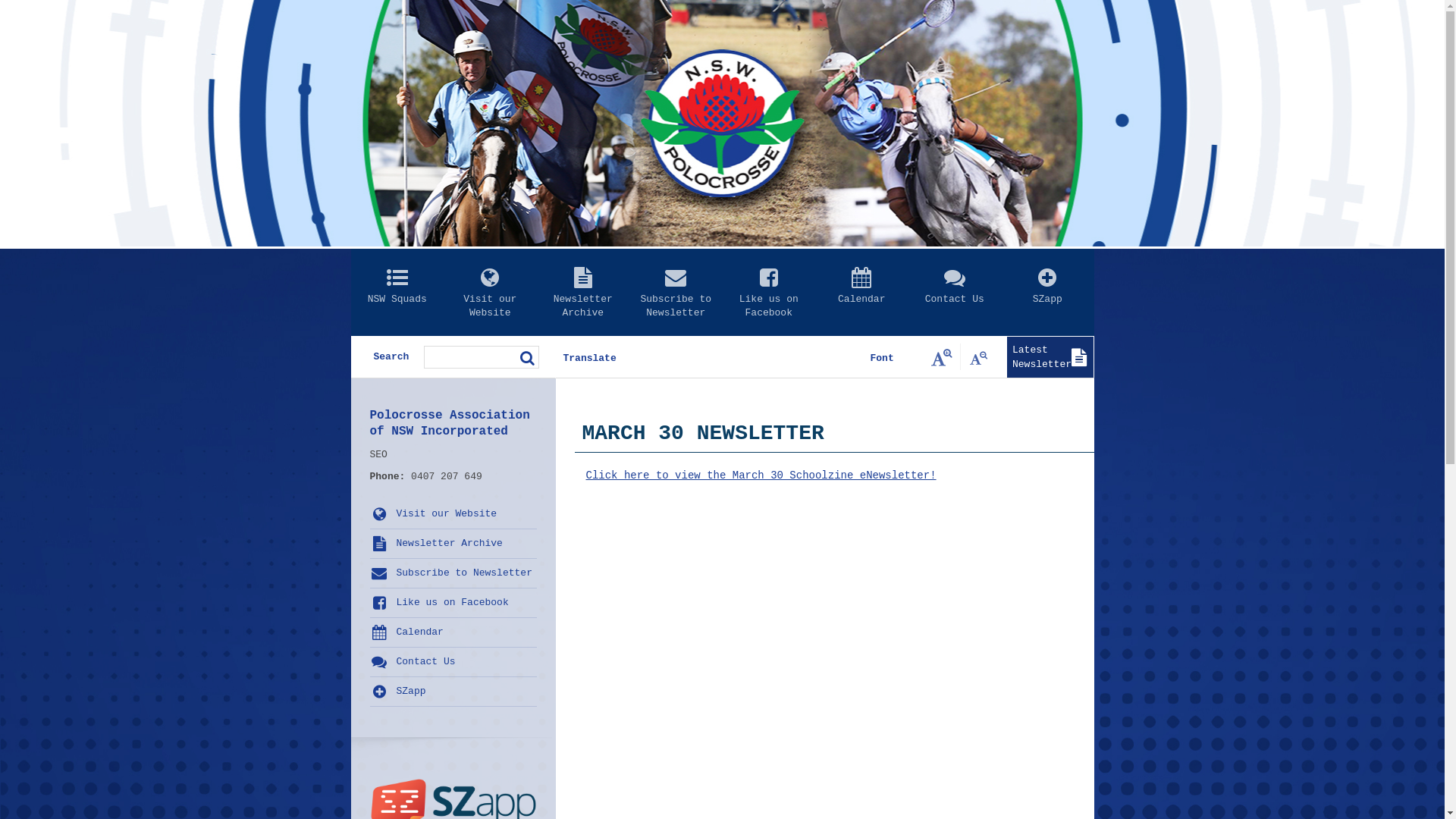  What do you see at coordinates (453, 601) in the screenshot?
I see `'Like us on Facebook'` at bounding box center [453, 601].